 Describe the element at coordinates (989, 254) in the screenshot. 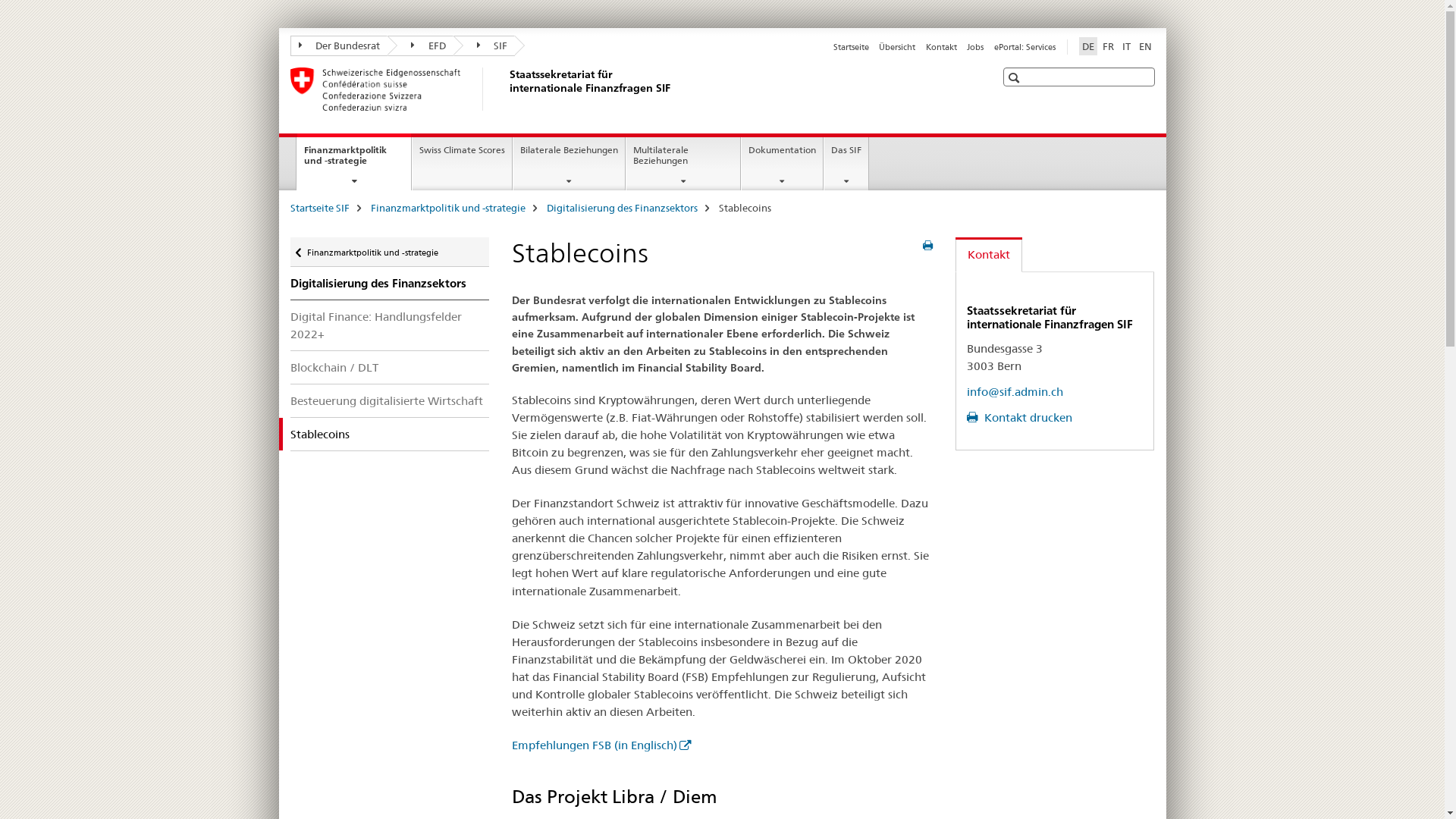

I see `'Kontakt'` at that location.